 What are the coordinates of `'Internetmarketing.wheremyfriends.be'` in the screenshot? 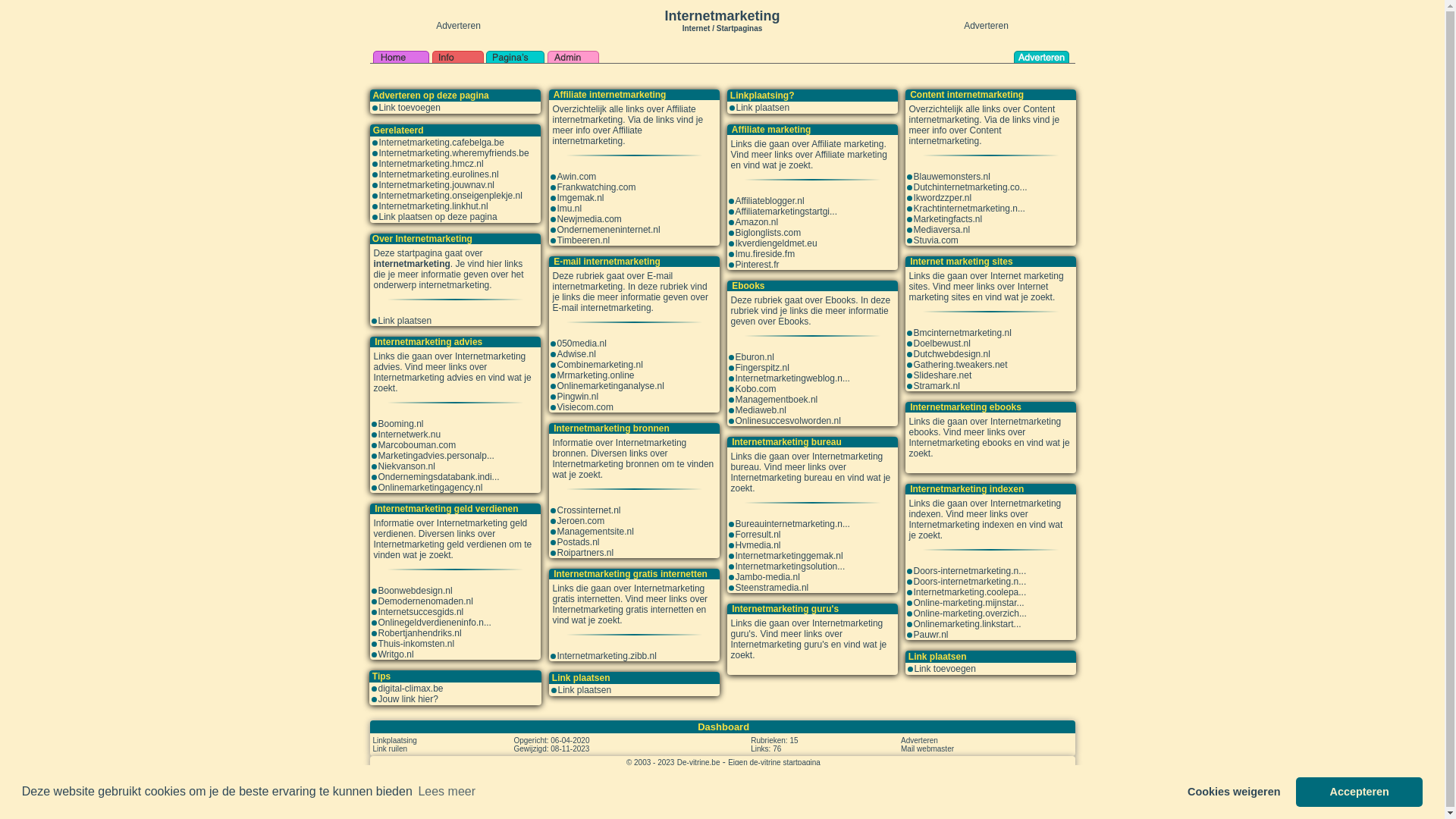 It's located at (453, 152).